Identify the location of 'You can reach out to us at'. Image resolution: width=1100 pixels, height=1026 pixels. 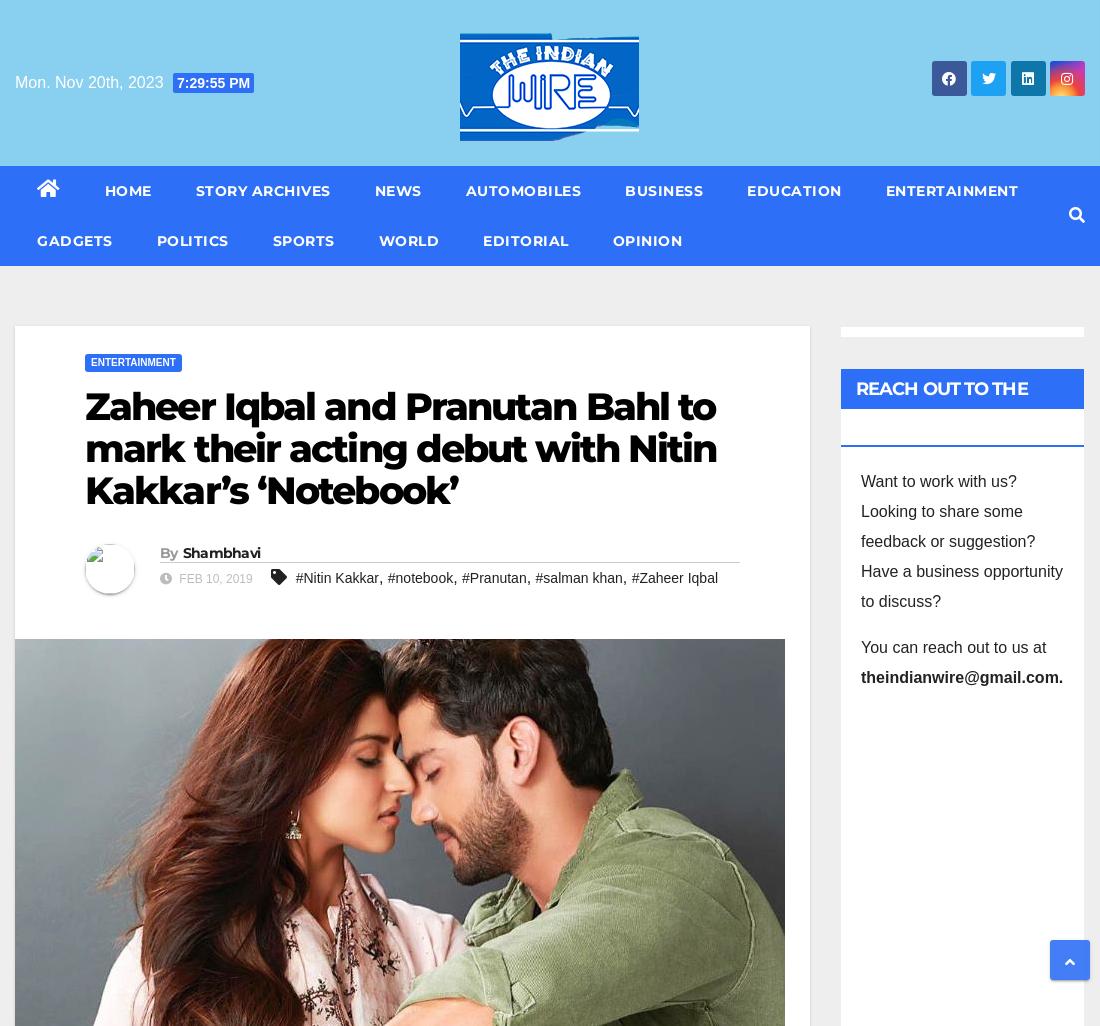
(953, 647).